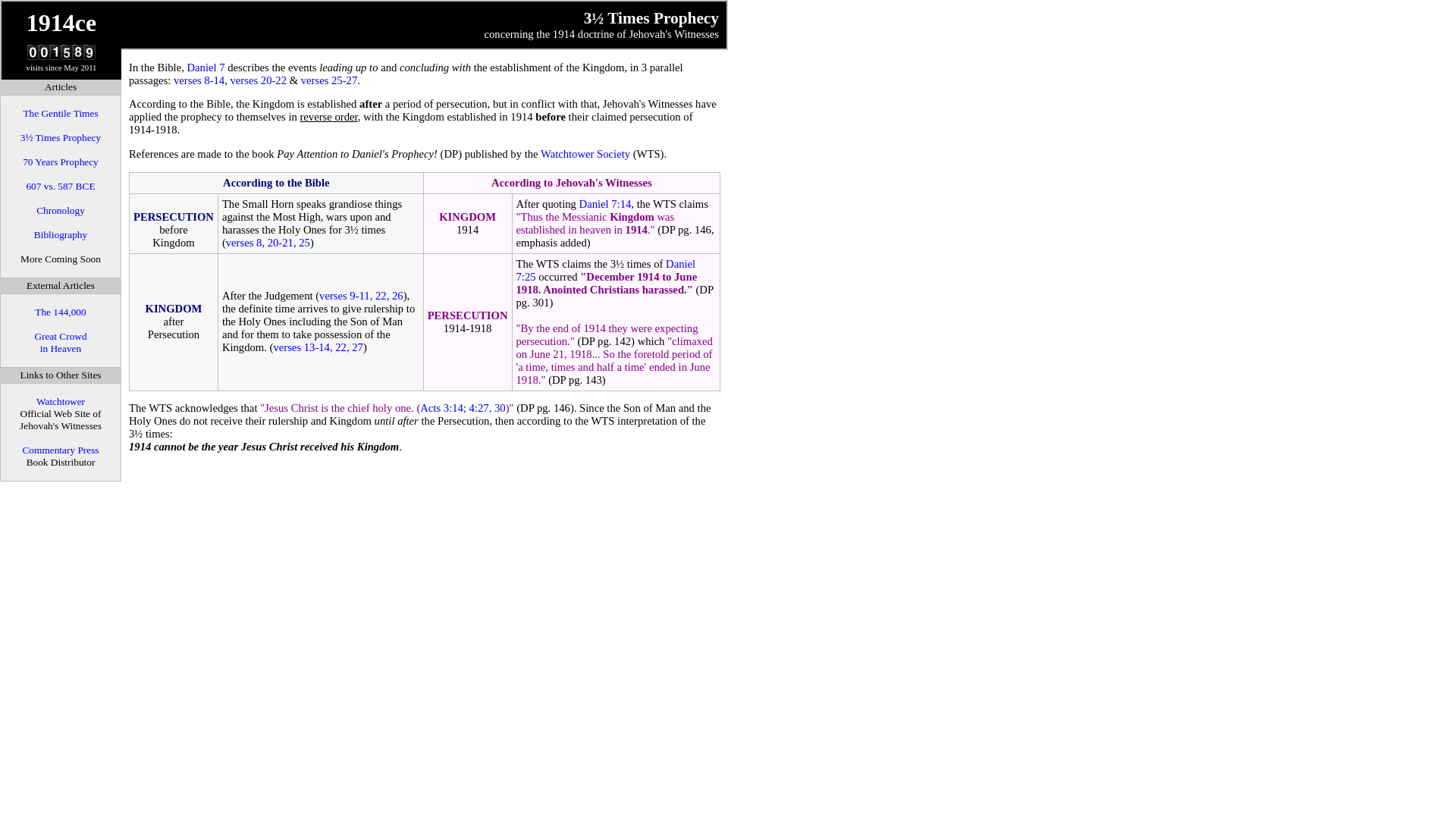 This screenshot has height=819, width=1456. I want to click on 'Daniel 7:25', so click(605, 269).